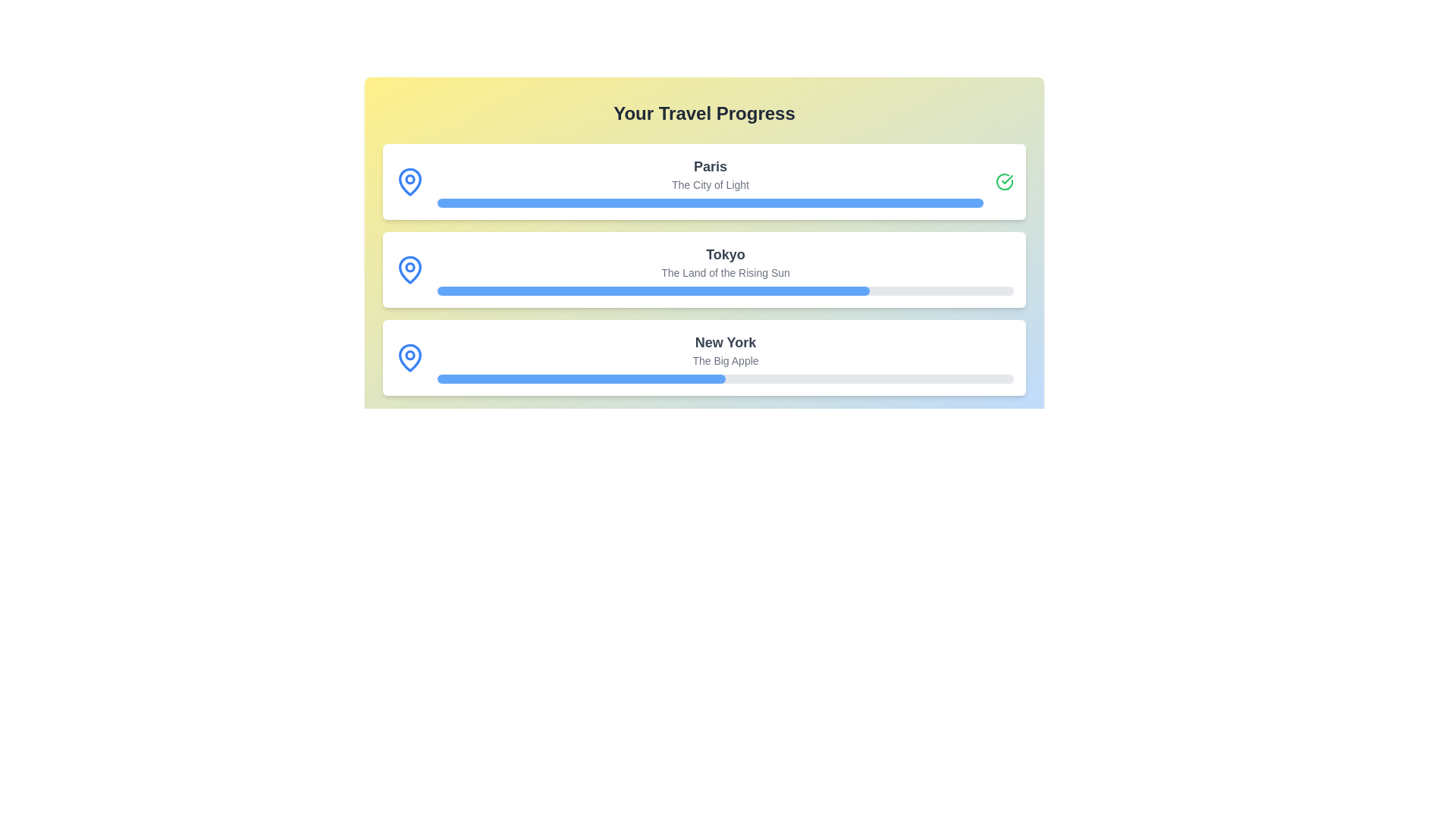 The width and height of the screenshot is (1456, 819). I want to click on the map pin icon representing 'Paris', which is the first element in the horizontal row displaying information about the city, so click(410, 180).